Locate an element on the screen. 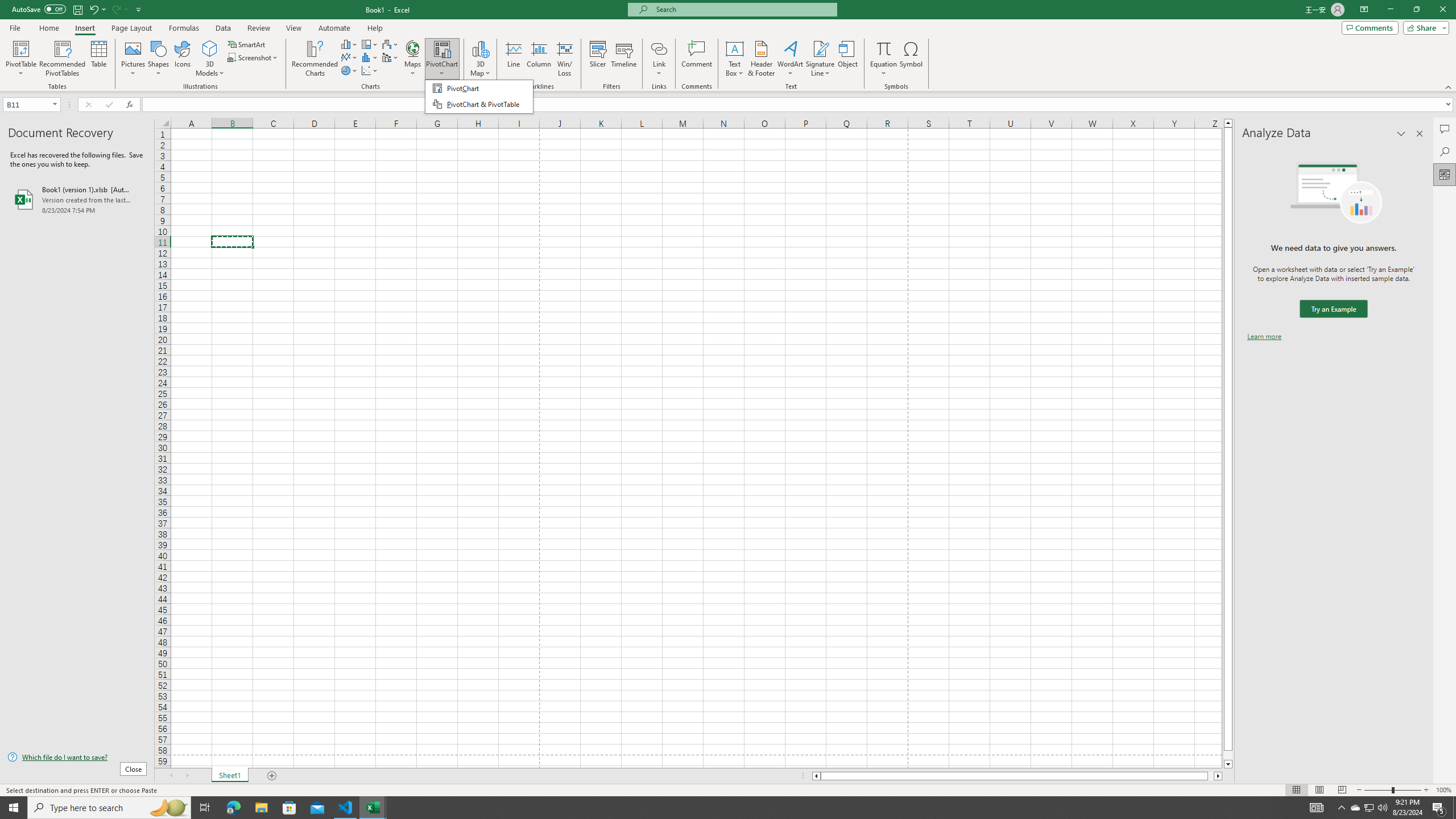  'Link' is located at coordinates (659, 59).